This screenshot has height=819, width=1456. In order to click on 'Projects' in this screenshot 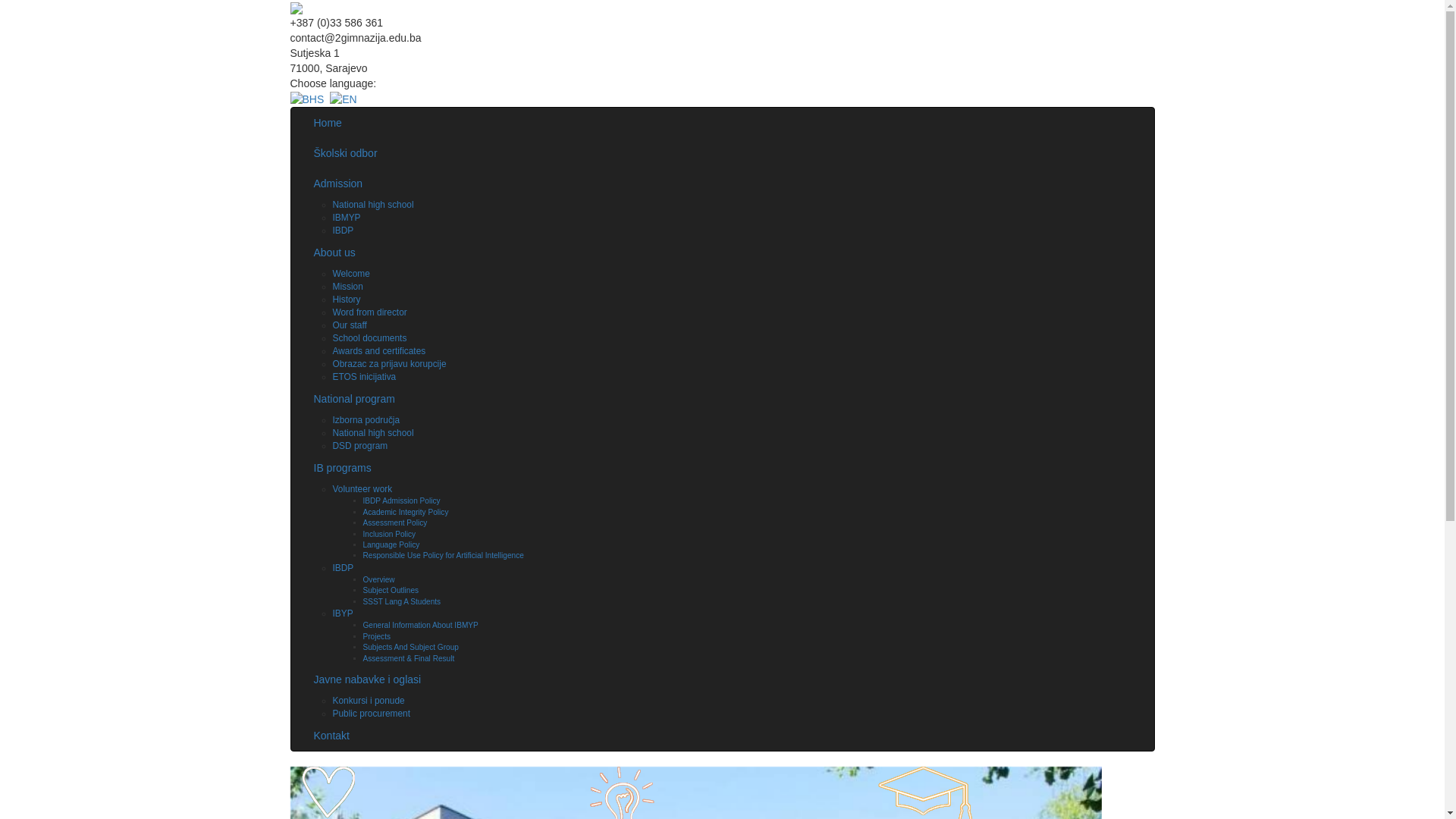, I will do `click(376, 636)`.